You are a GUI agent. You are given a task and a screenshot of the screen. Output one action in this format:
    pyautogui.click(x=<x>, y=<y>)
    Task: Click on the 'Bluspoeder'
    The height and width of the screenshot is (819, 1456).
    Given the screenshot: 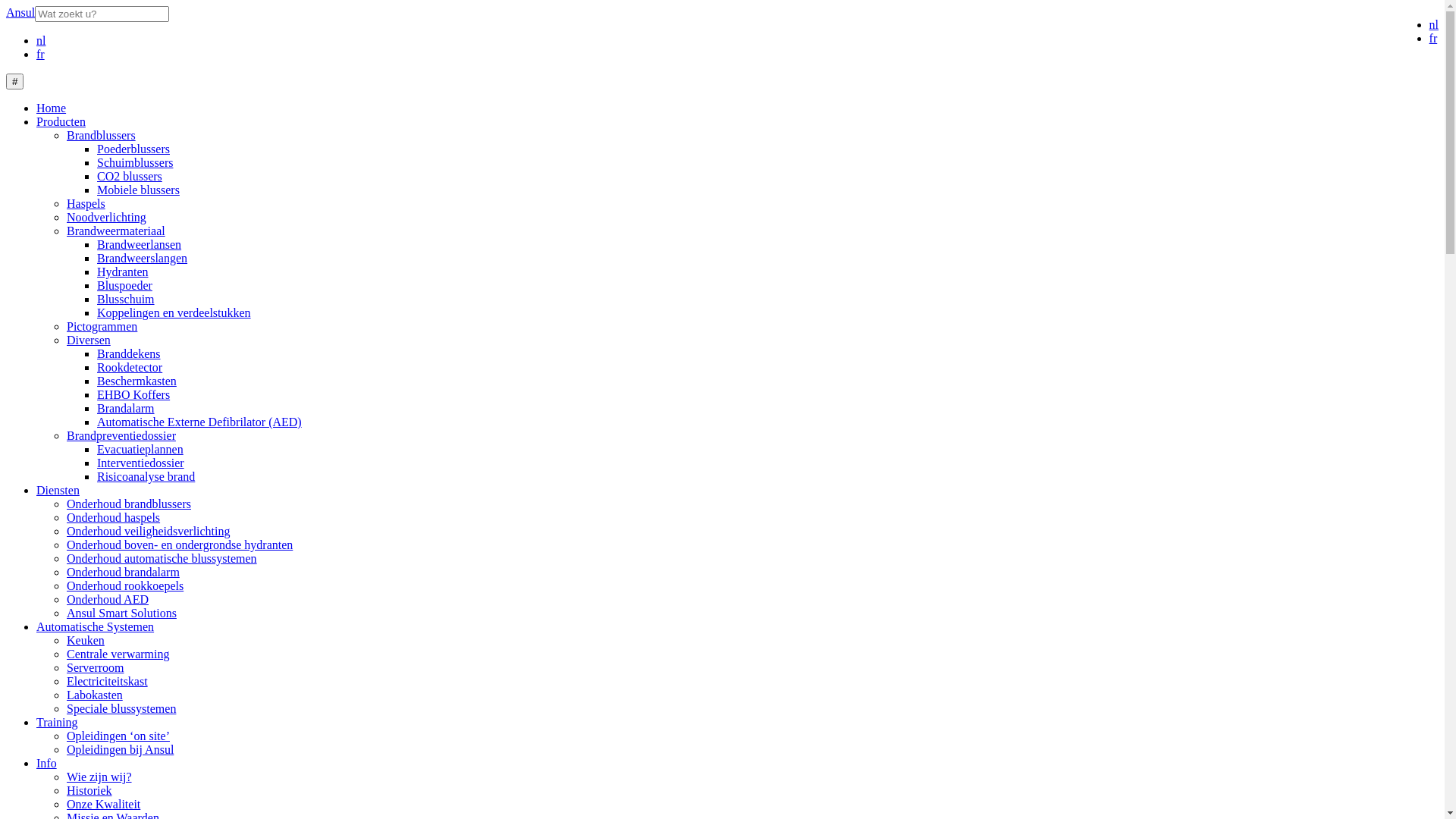 What is the action you would take?
    pyautogui.click(x=124, y=285)
    